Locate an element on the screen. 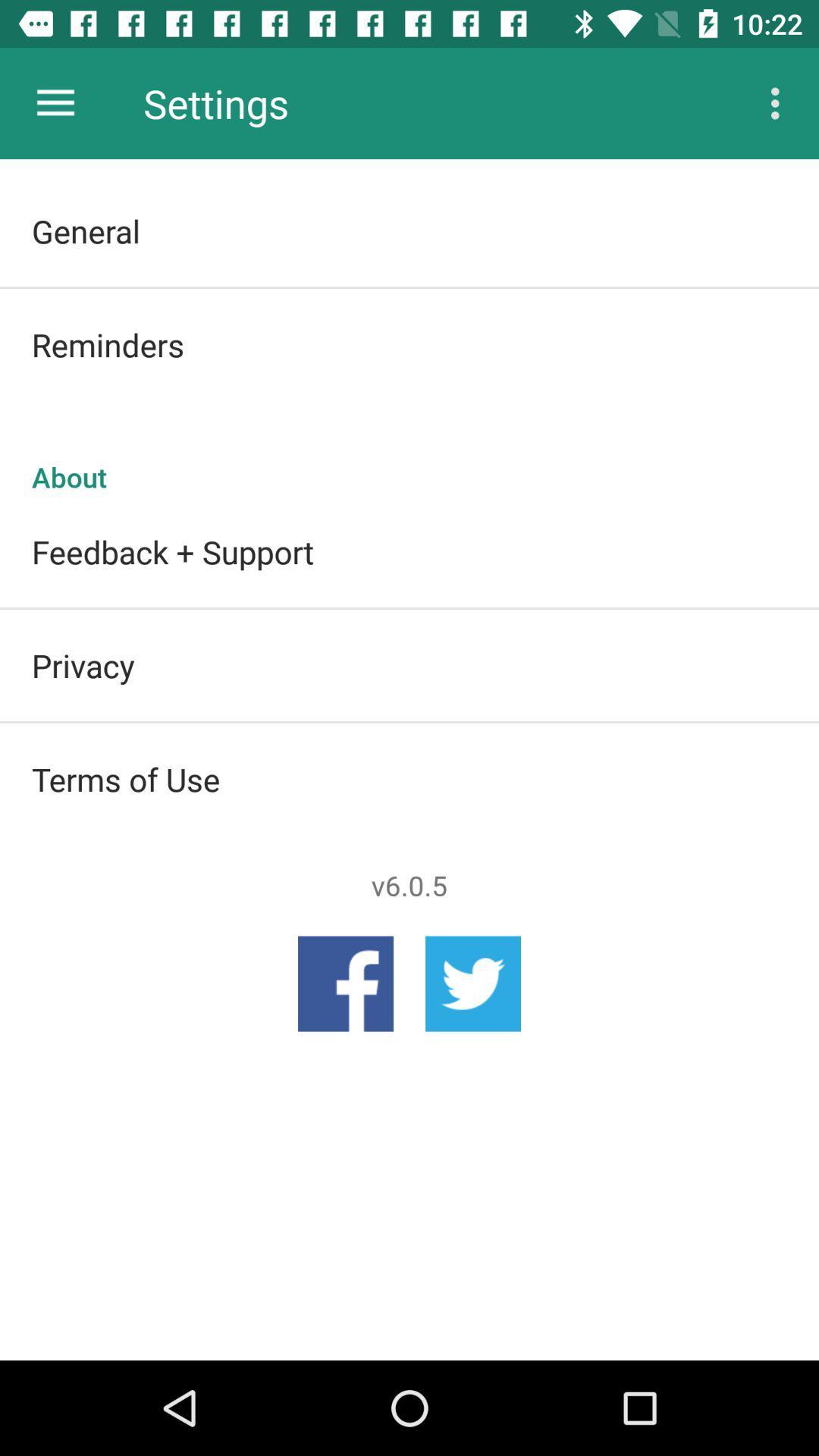  share on twitter is located at coordinates (472, 984).